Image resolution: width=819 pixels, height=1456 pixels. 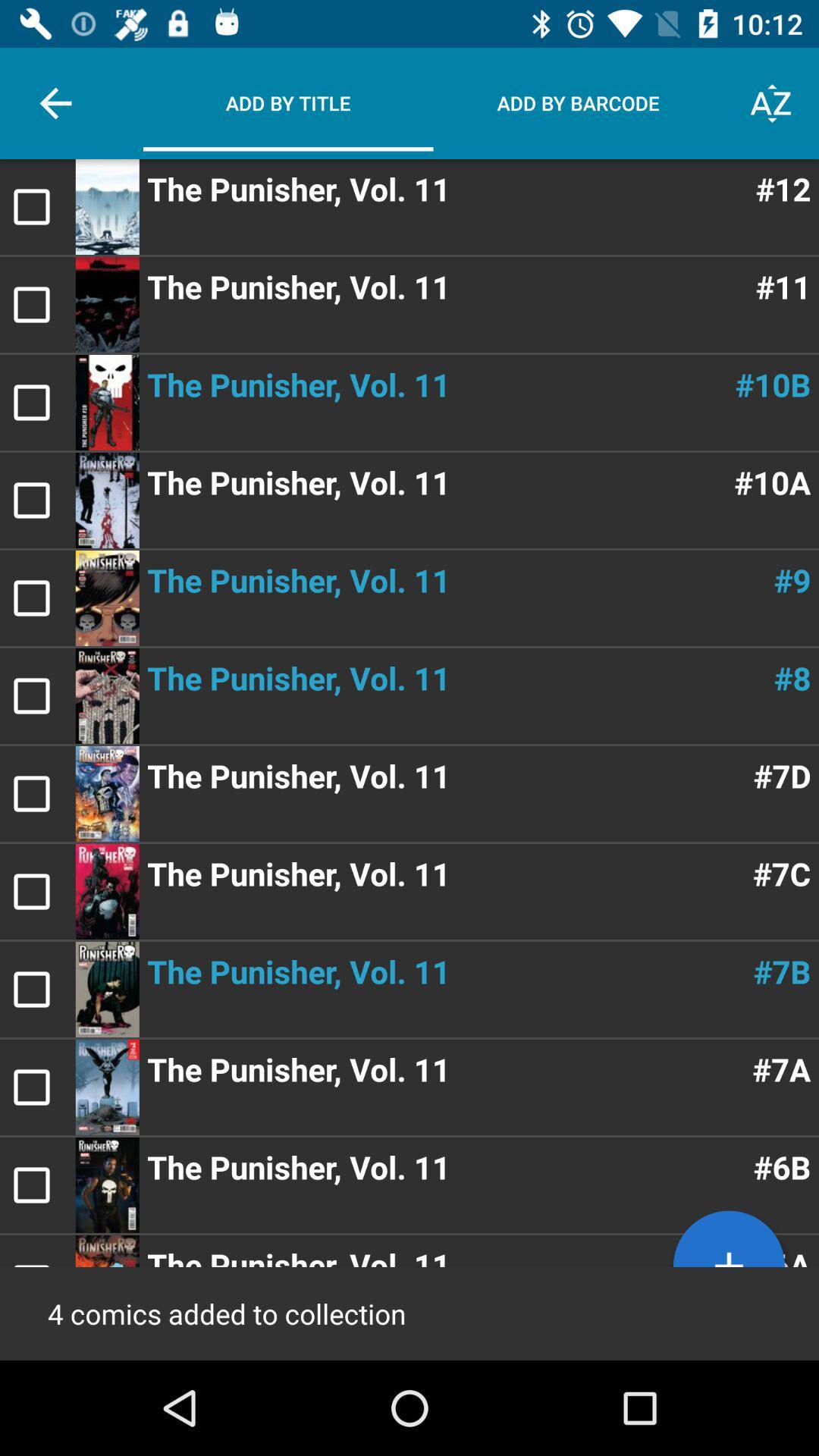 I want to click on the image on the left side of character 9, so click(x=107, y=597).